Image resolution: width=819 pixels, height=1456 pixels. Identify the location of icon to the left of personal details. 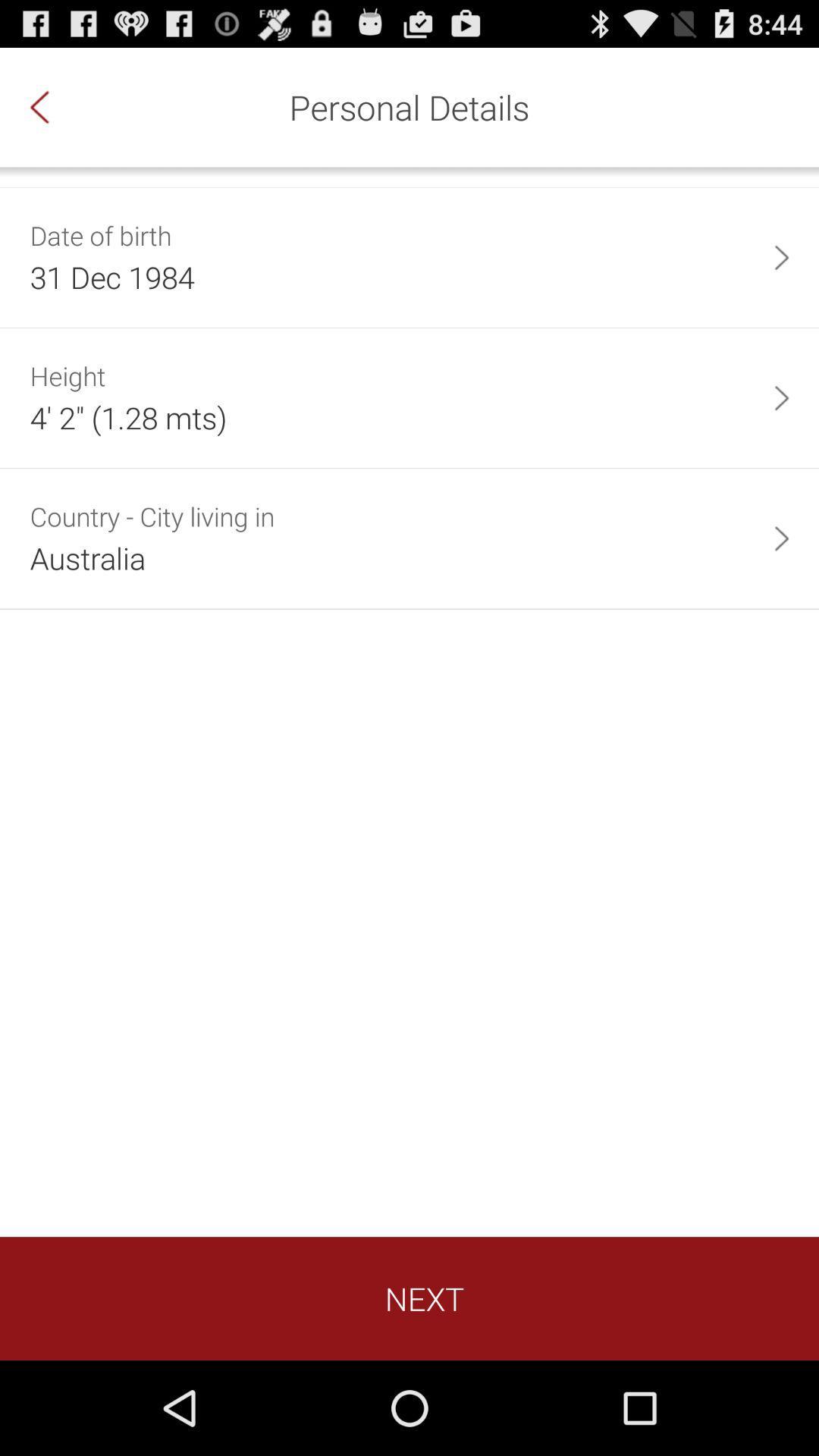
(55, 106).